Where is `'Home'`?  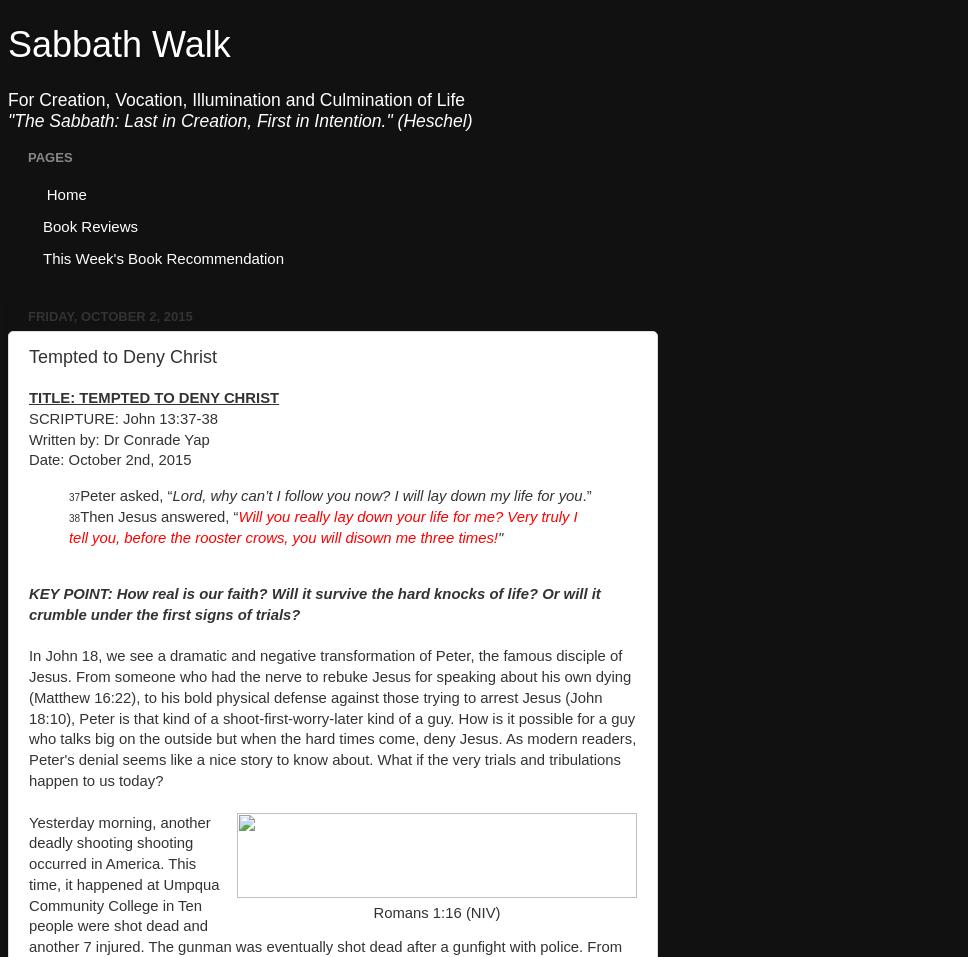 'Home' is located at coordinates (65, 192).